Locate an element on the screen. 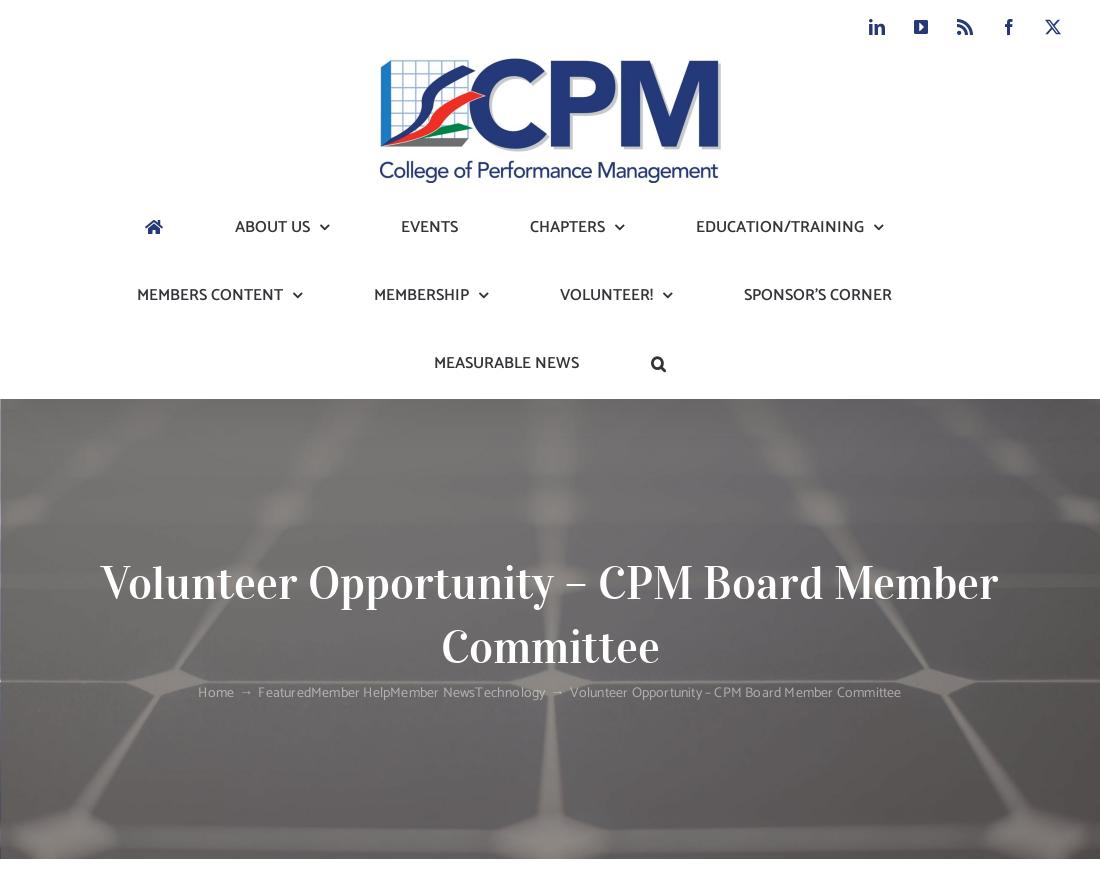  'Our Mission' is located at coordinates (254, 295).